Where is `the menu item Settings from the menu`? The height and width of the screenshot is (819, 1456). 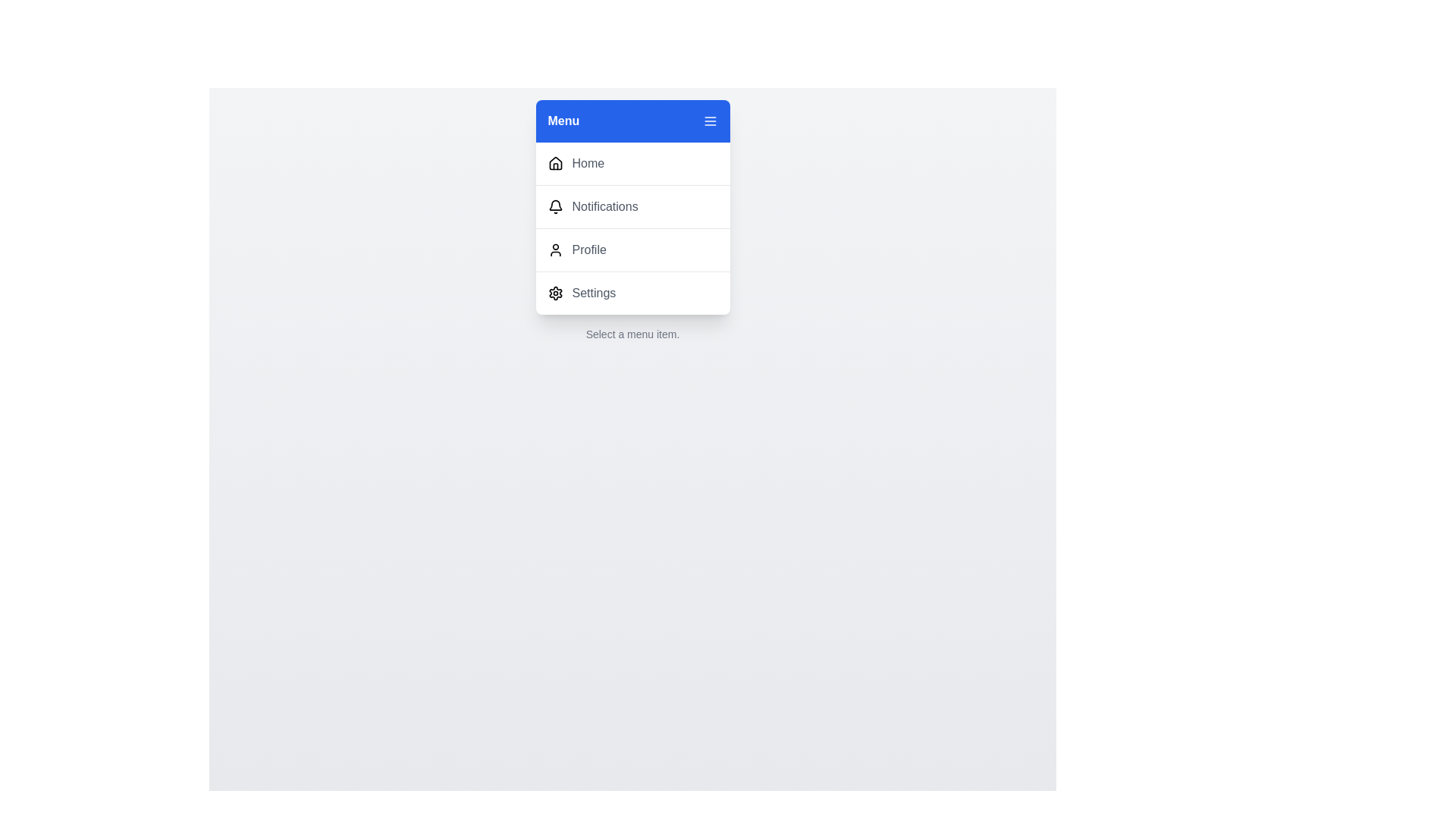 the menu item Settings from the menu is located at coordinates (632, 293).